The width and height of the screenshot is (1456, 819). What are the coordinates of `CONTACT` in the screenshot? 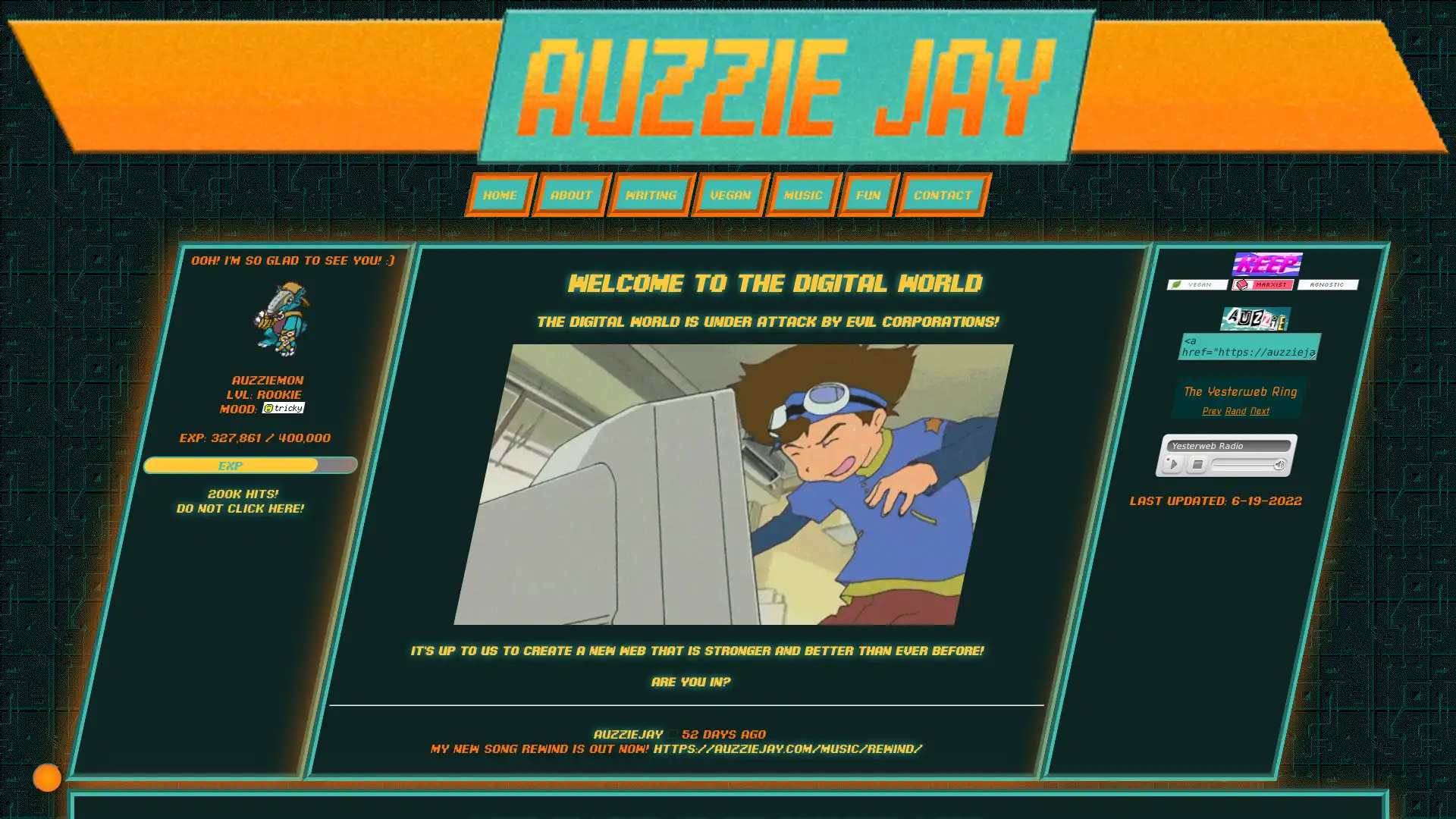 It's located at (942, 193).